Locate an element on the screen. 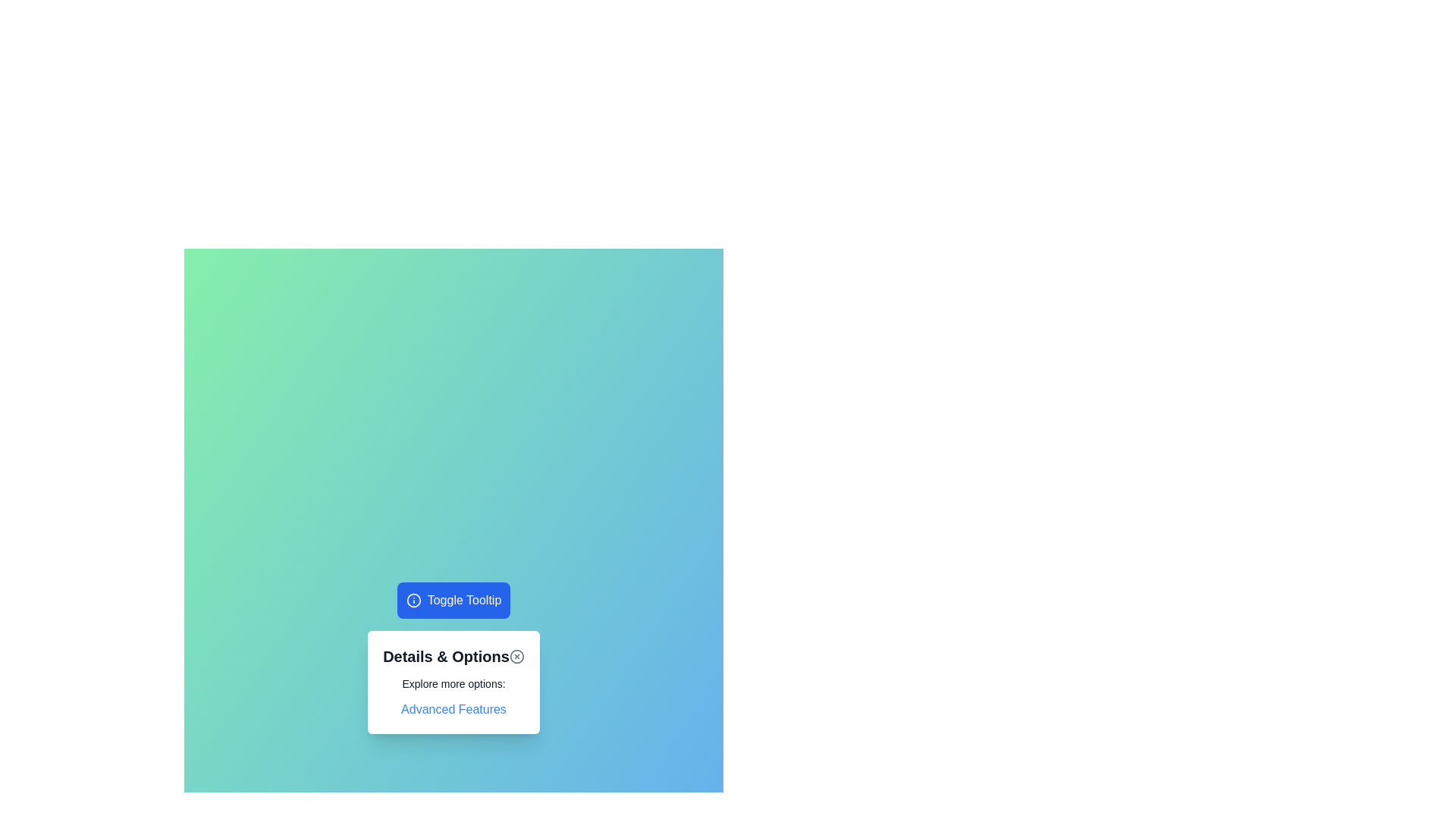 The height and width of the screenshot is (819, 1456). the label displaying 'Explore more options:' which is styled in black text on a white background and is positioned below 'Details & Options' and above 'Advanced Features' is located at coordinates (453, 684).